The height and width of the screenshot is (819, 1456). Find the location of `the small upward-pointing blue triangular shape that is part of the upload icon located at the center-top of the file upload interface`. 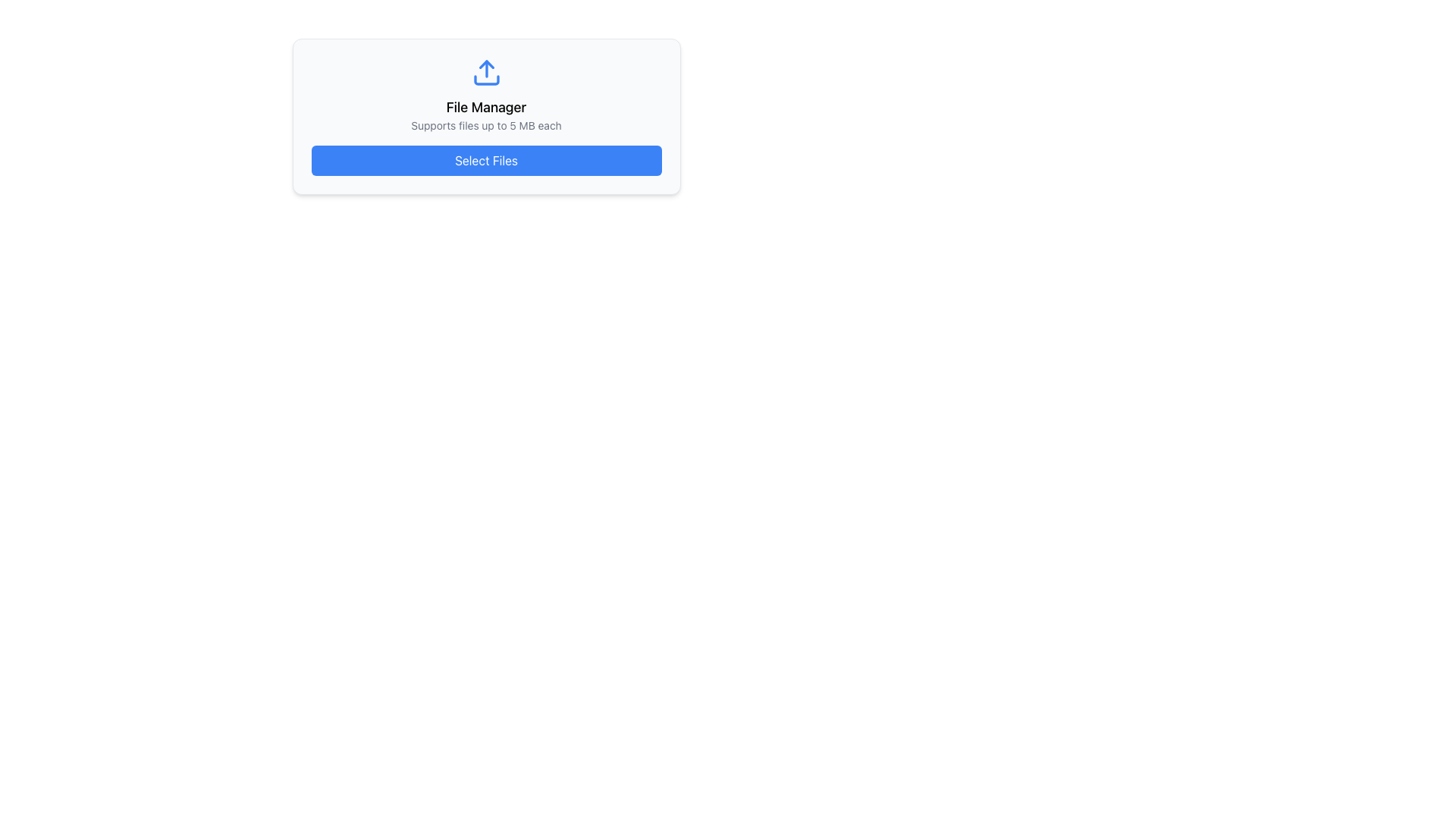

the small upward-pointing blue triangular shape that is part of the upload icon located at the center-top of the file upload interface is located at coordinates (486, 64).